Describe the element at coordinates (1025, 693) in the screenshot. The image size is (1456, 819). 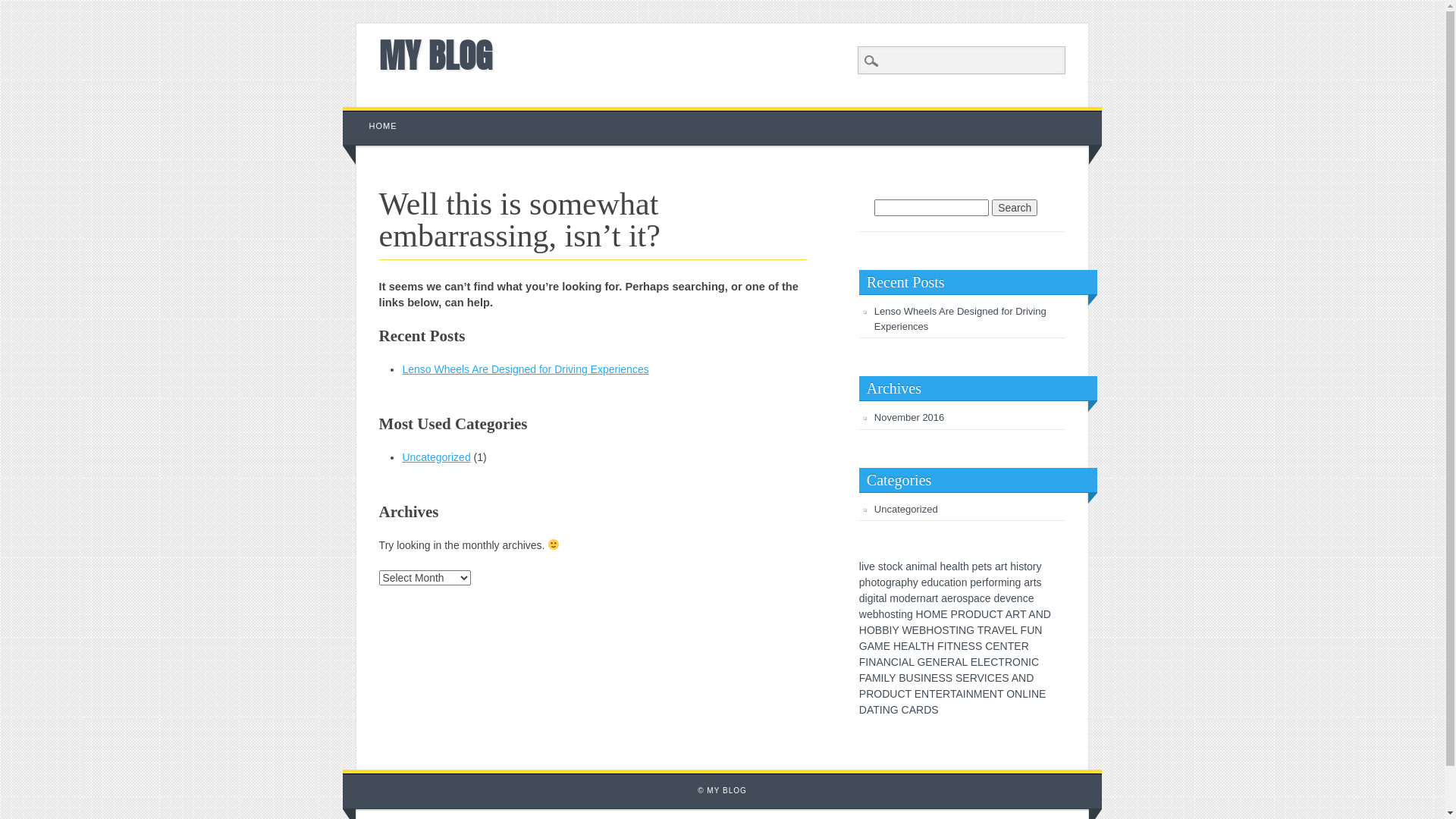
I see `'L'` at that location.